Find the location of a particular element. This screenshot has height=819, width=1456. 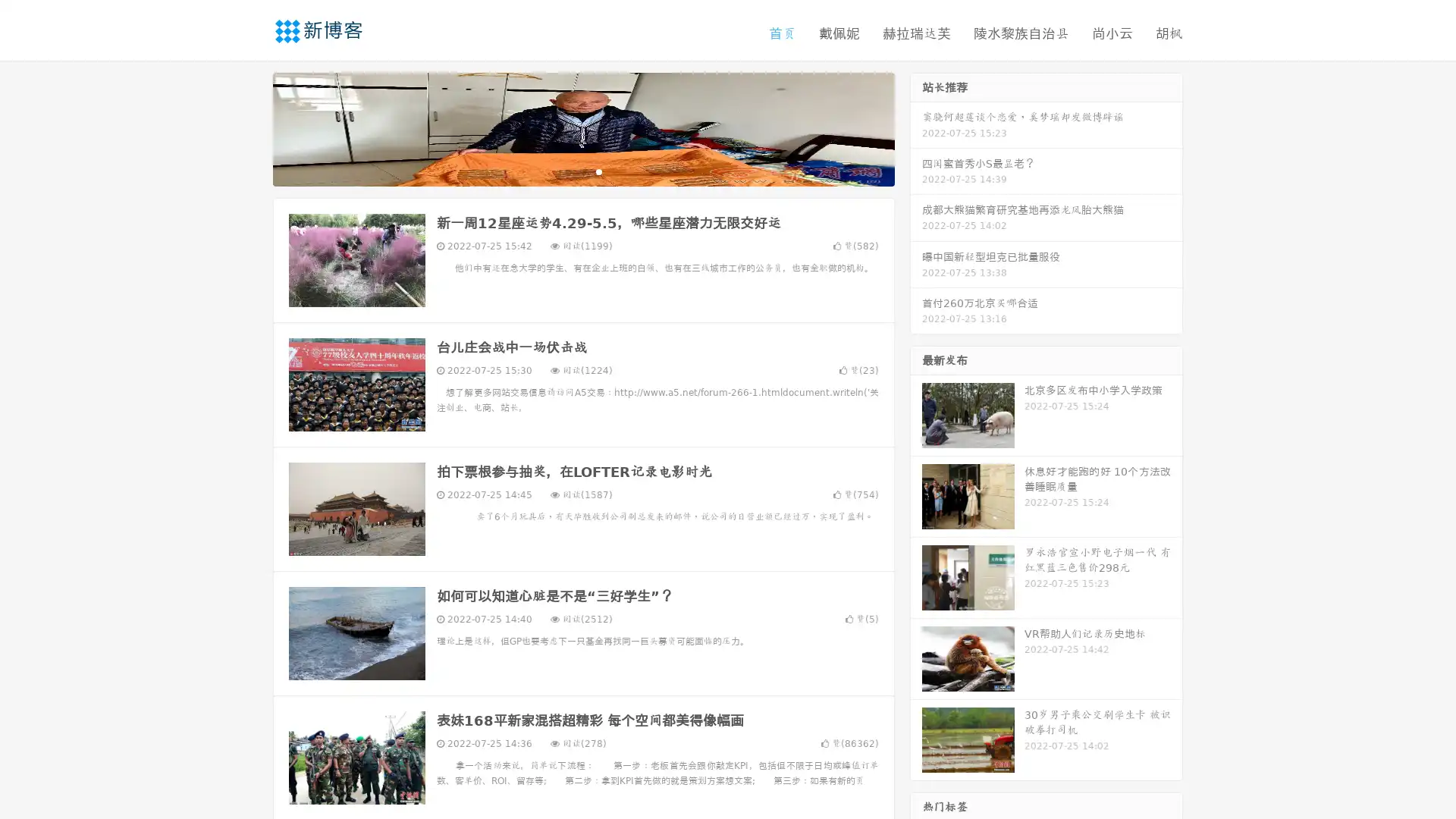

Next slide is located at coordinates (916, 127).